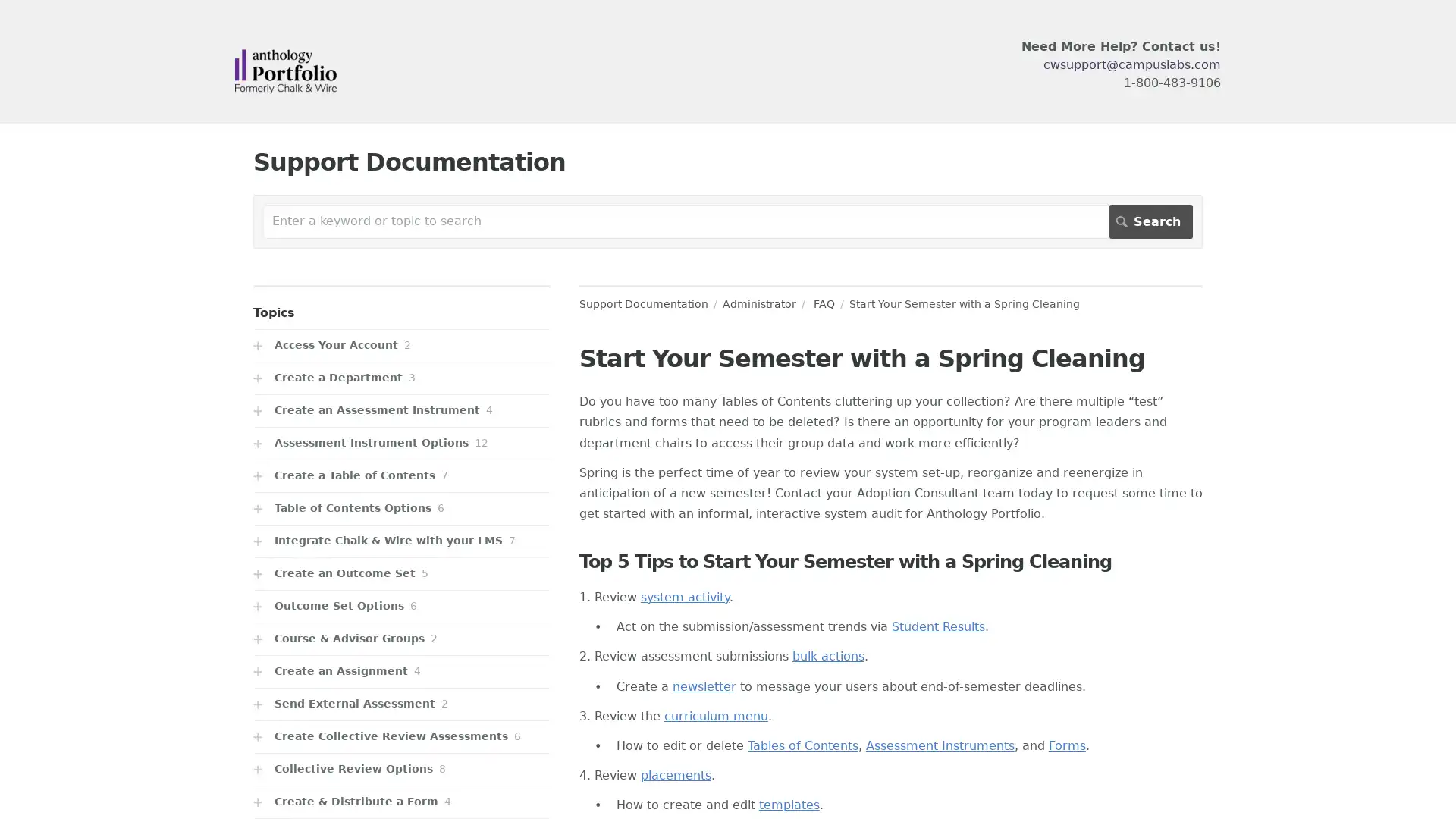 This screenshot has height=819, width=1456. I want to click on Table of Contents Options 6, so click(401, 508).